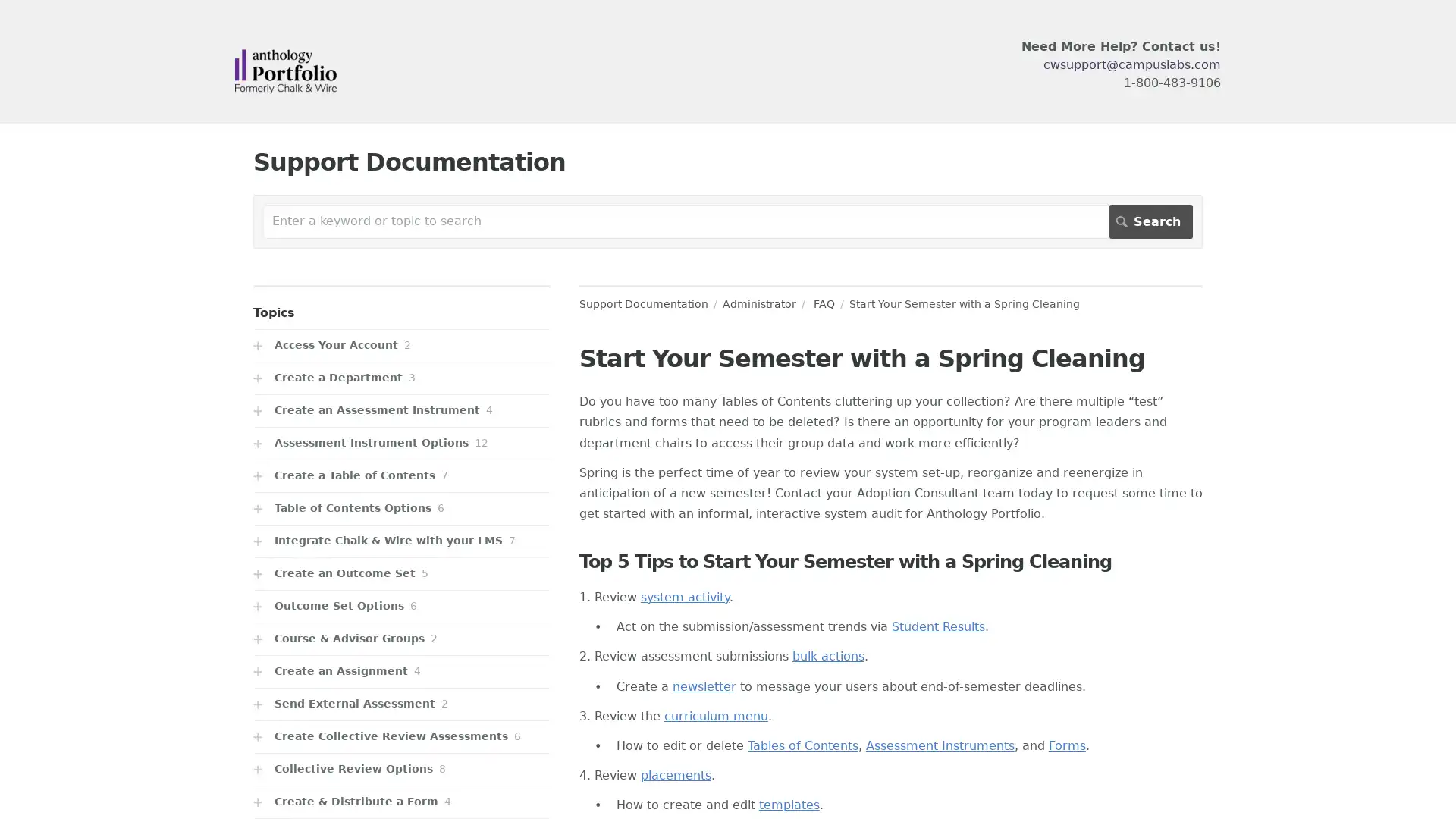 This screenshot has height=819, width=1456. I want to click on Table of Contents Options 6, so click(401, 508).